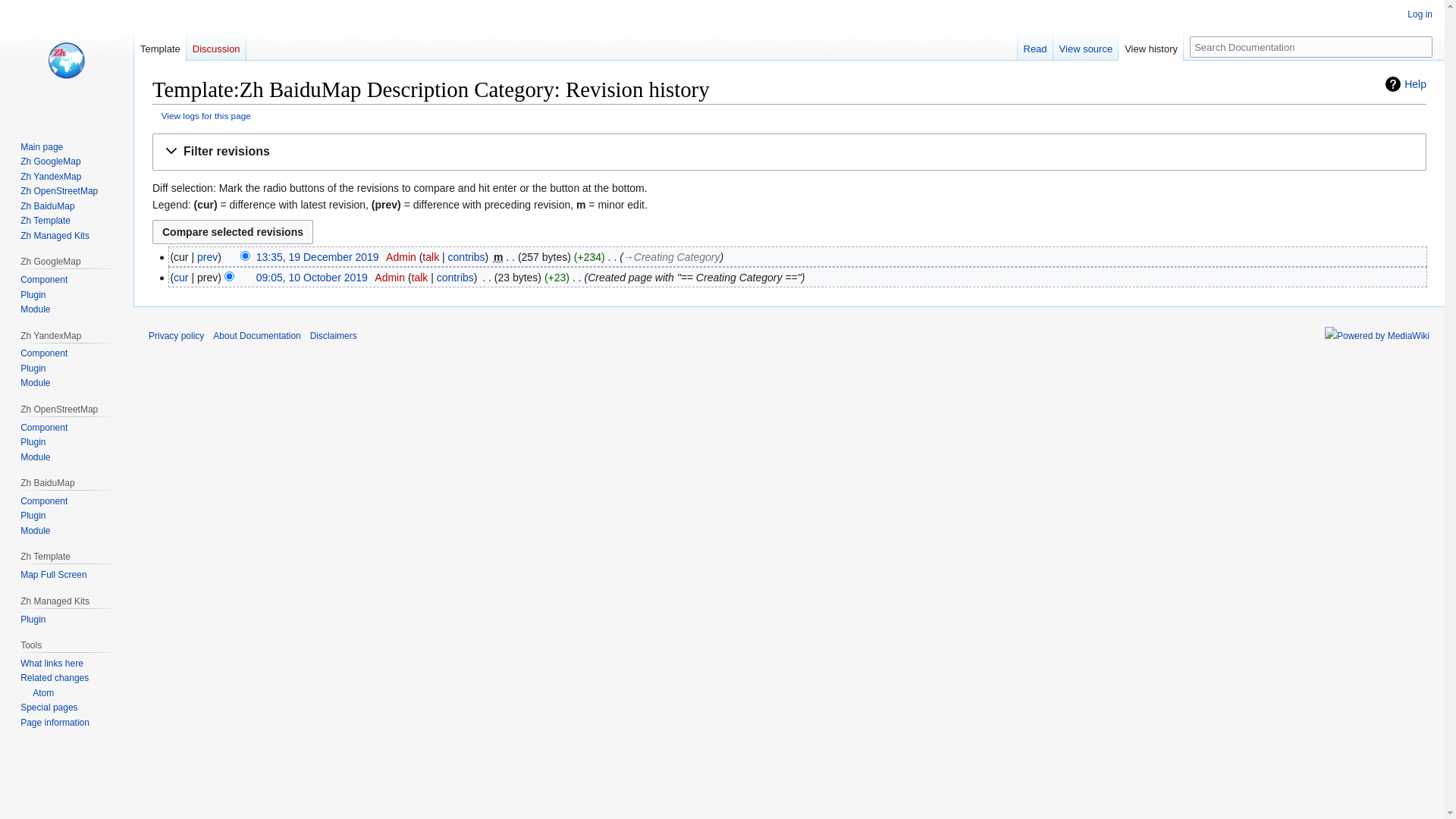 The height and width of the screenshot is (819, 1456). What do you see at coordinates (55, 677) in the screenshot?
I see `'Related changes'` at bounding box center [55, 677].